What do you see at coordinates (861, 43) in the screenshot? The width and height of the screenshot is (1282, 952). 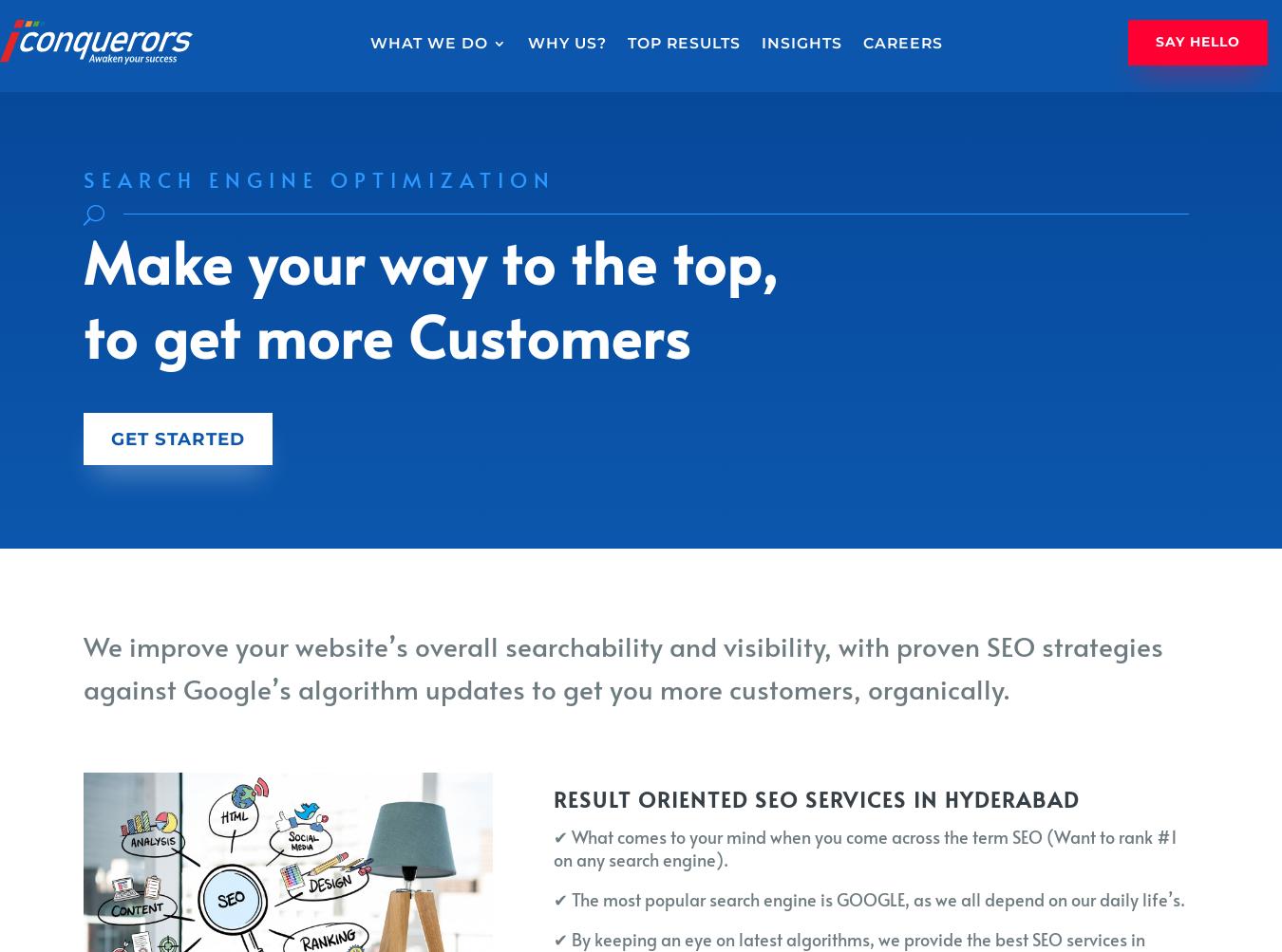 I see `'Careers'` at bounding box center [861, 43].